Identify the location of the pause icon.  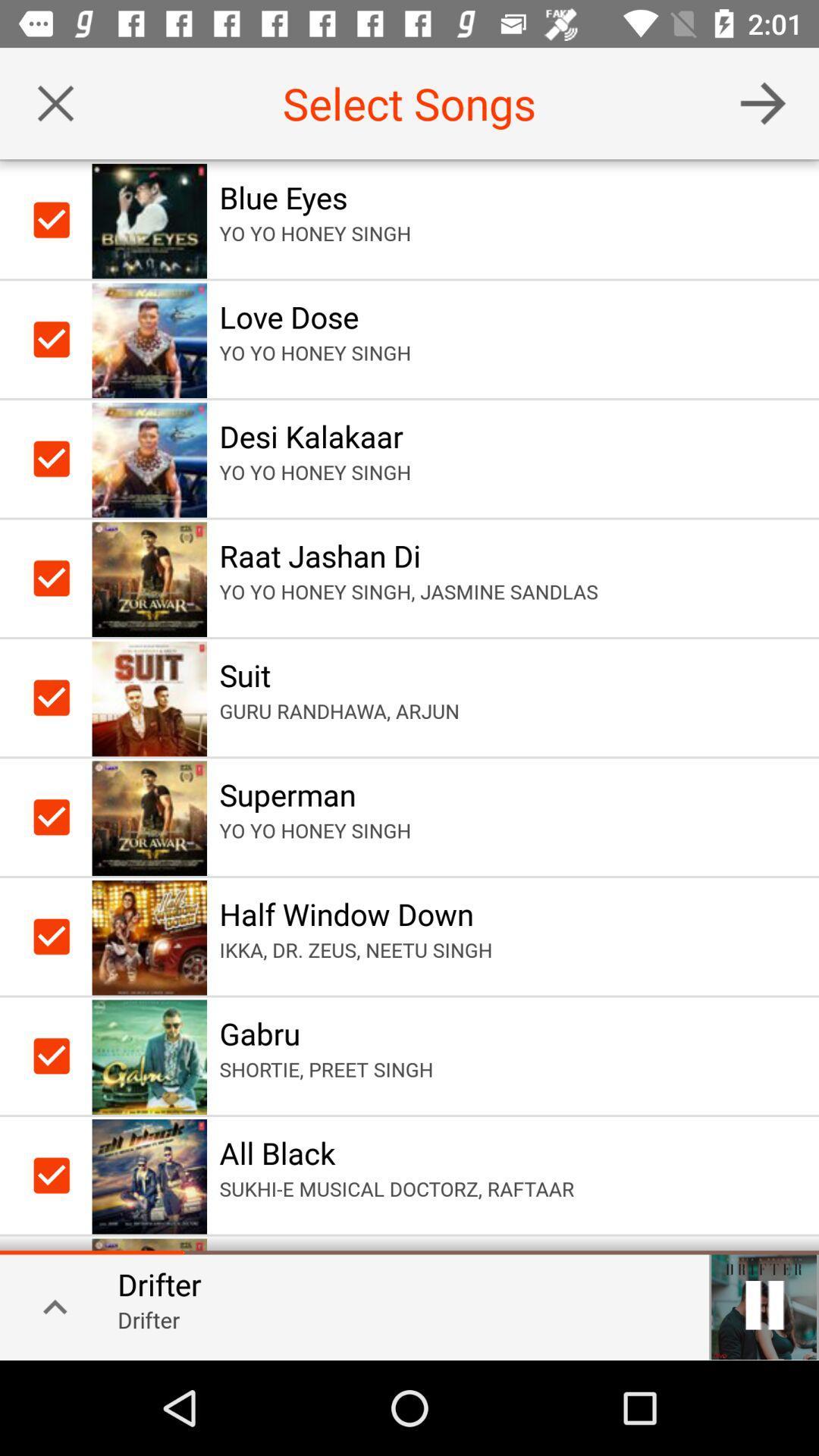
(764, 1304).